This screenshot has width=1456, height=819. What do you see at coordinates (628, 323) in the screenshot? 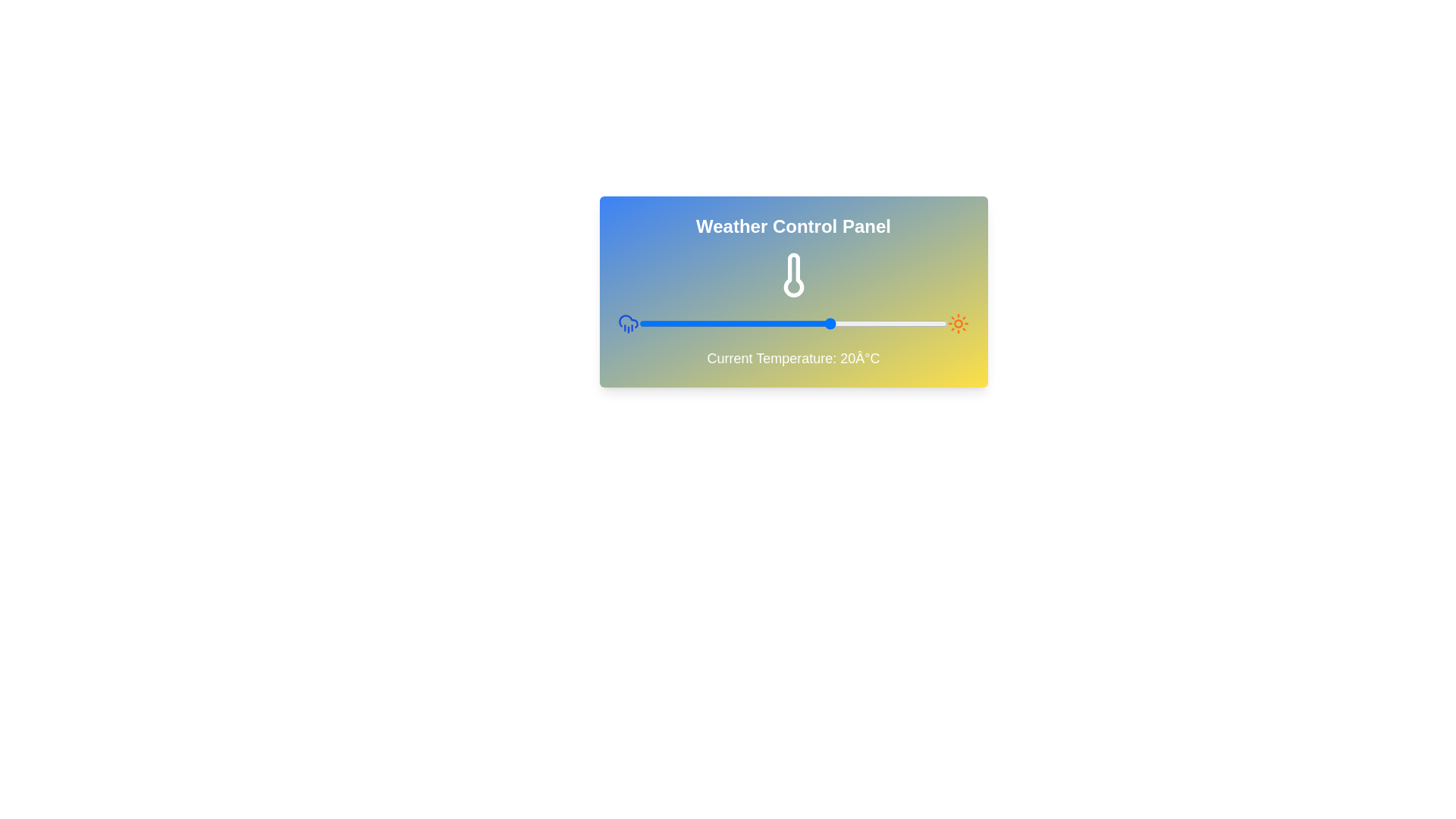
I see `the rain icon to simulate interaction` at bounding box center [628, 323].